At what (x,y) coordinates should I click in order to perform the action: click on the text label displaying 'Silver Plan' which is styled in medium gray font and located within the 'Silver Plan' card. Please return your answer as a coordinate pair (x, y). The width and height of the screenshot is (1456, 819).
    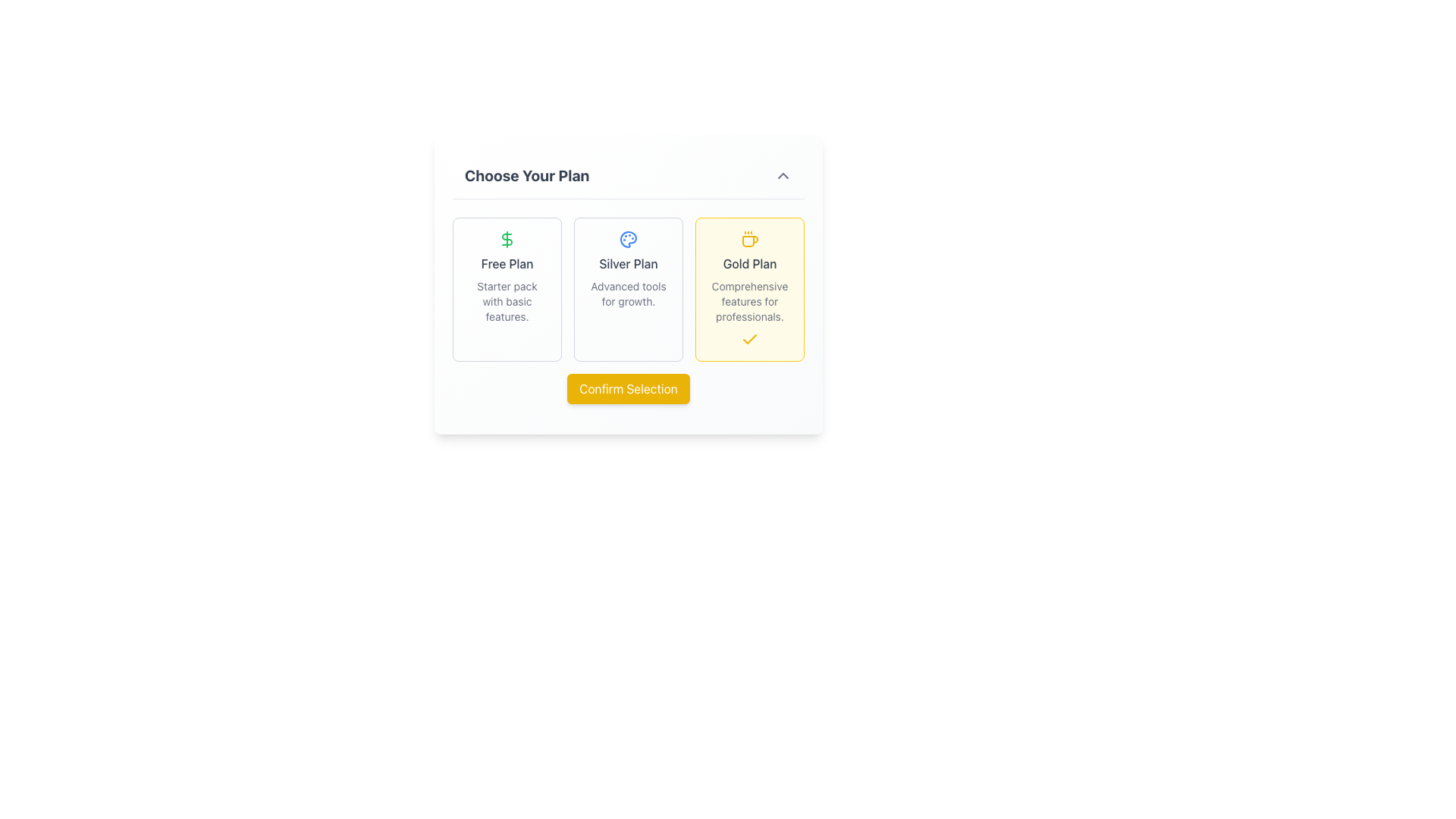
    Looking at the image, I should click on (629, 262).